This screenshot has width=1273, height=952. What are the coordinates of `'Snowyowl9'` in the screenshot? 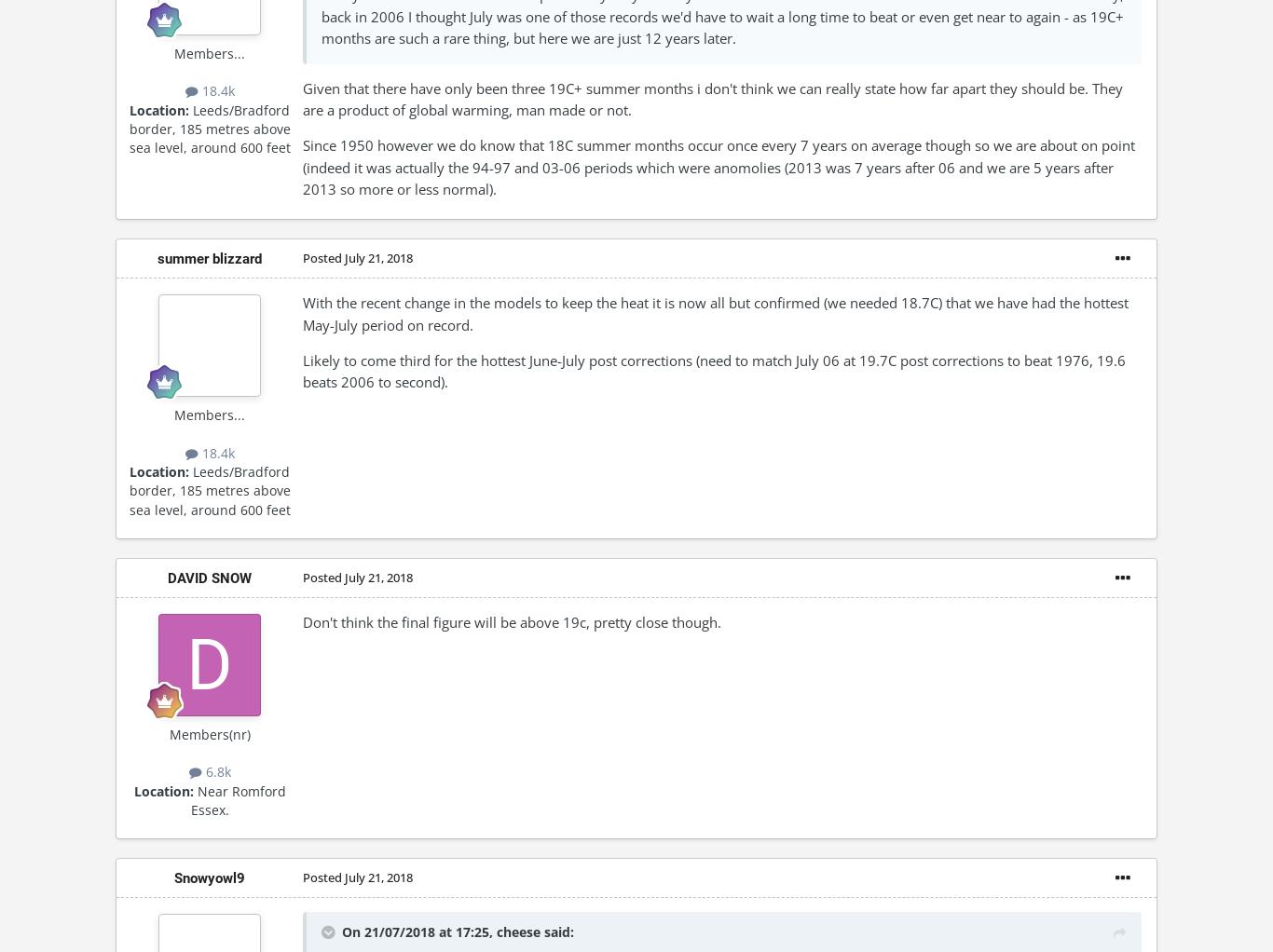 It's located at (208, 877).